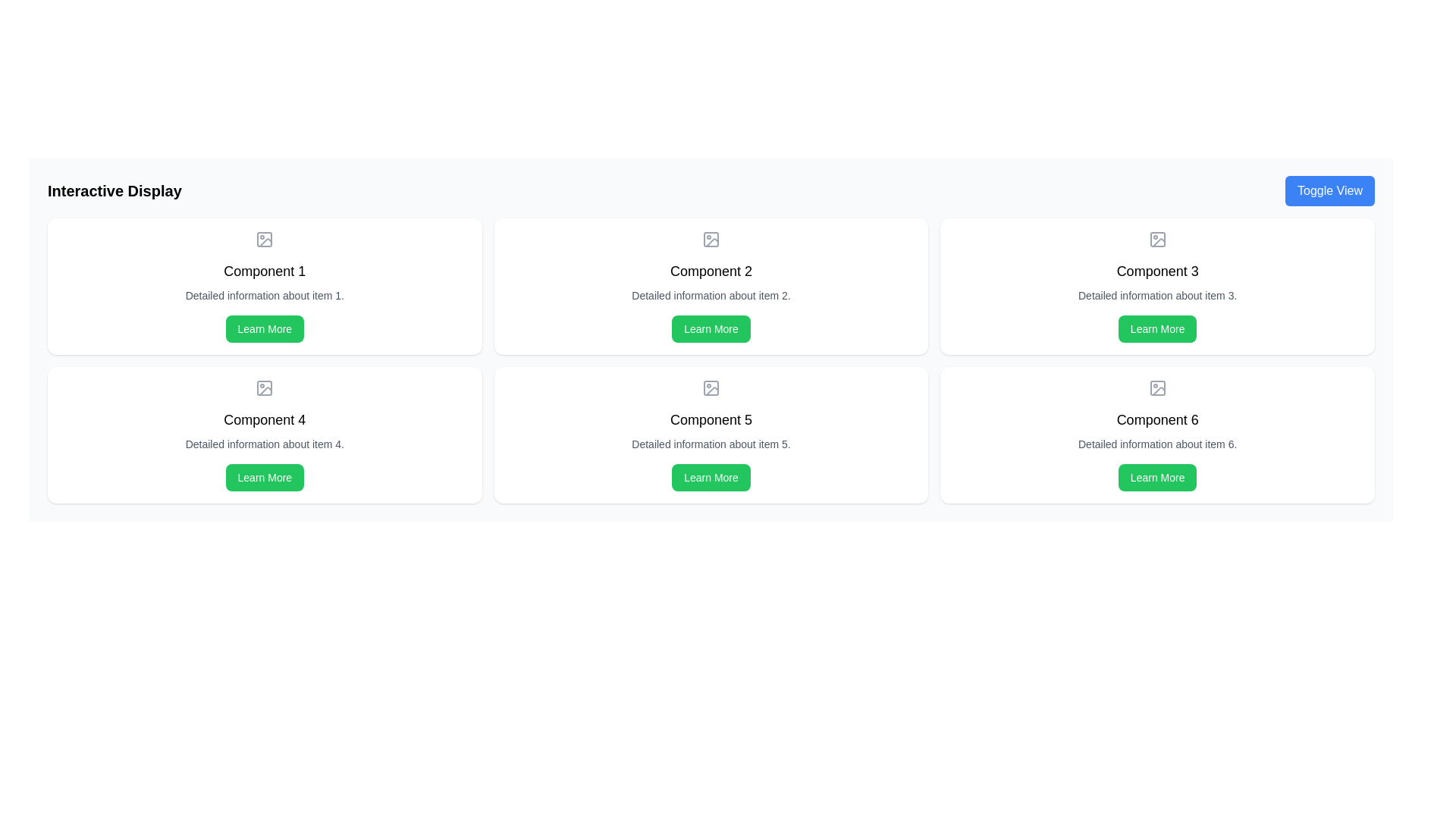  What do you see at coordinates (710, 476) in the screenshot?
I see `the button located at the bottom-center of the 'Component 5' card` at bounding box center [710, 476].